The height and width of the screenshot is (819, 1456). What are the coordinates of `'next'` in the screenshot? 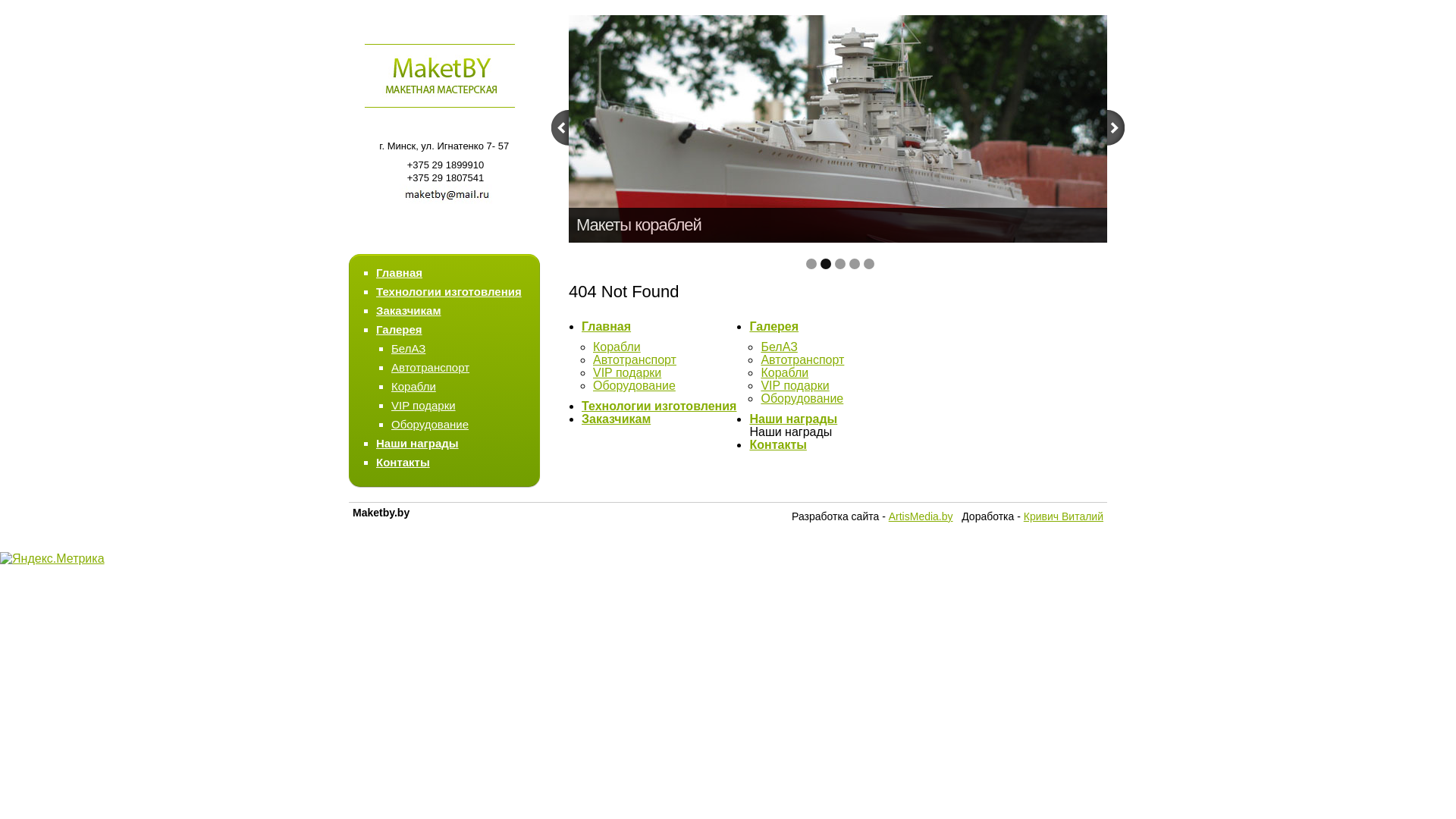 It's located at (1116, 127).